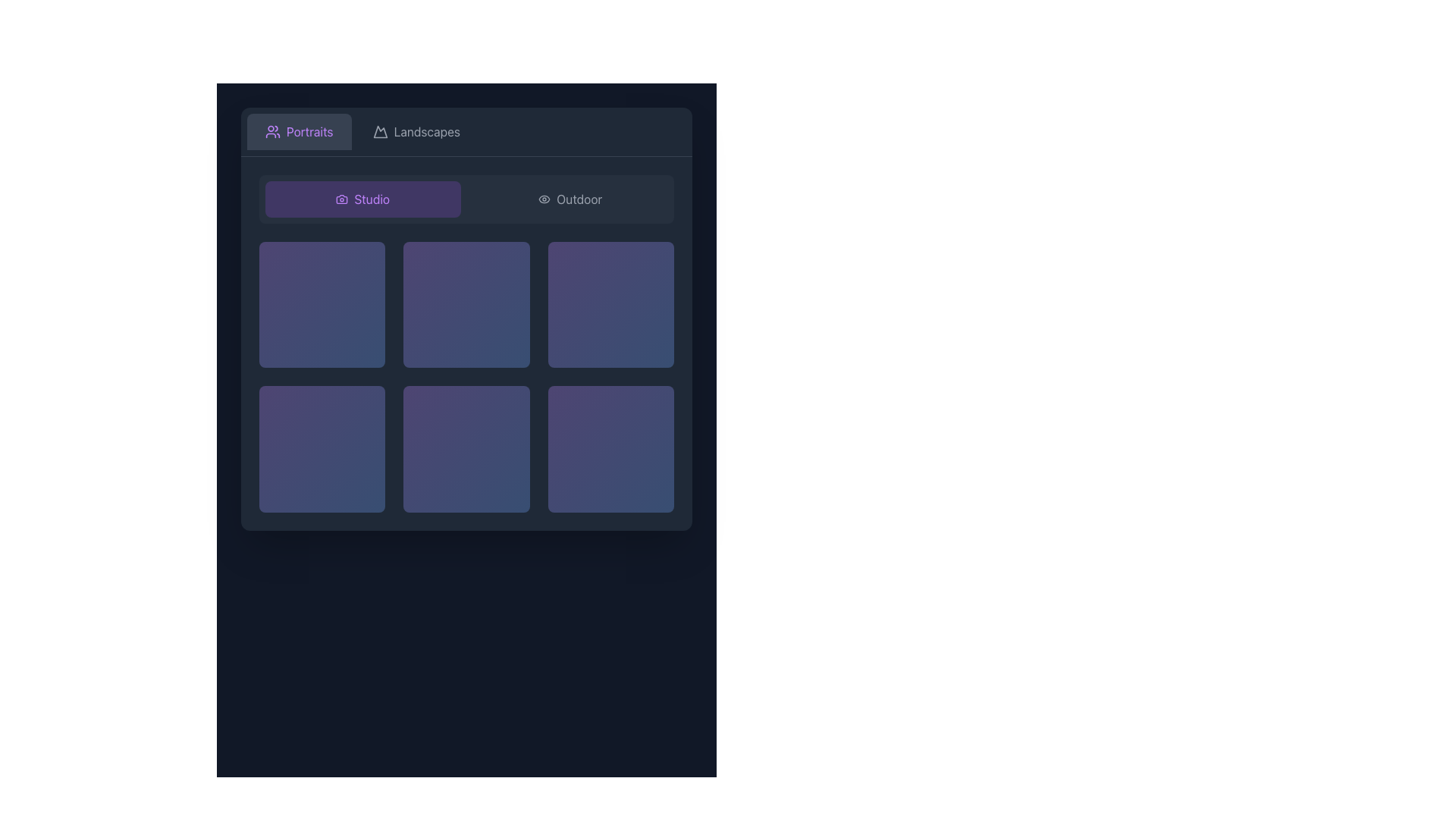 Image resolution: width=1456 pixels, height=819 pixels. I want to click on the second card labeled 'Photo Title 2', so click(466, 305).